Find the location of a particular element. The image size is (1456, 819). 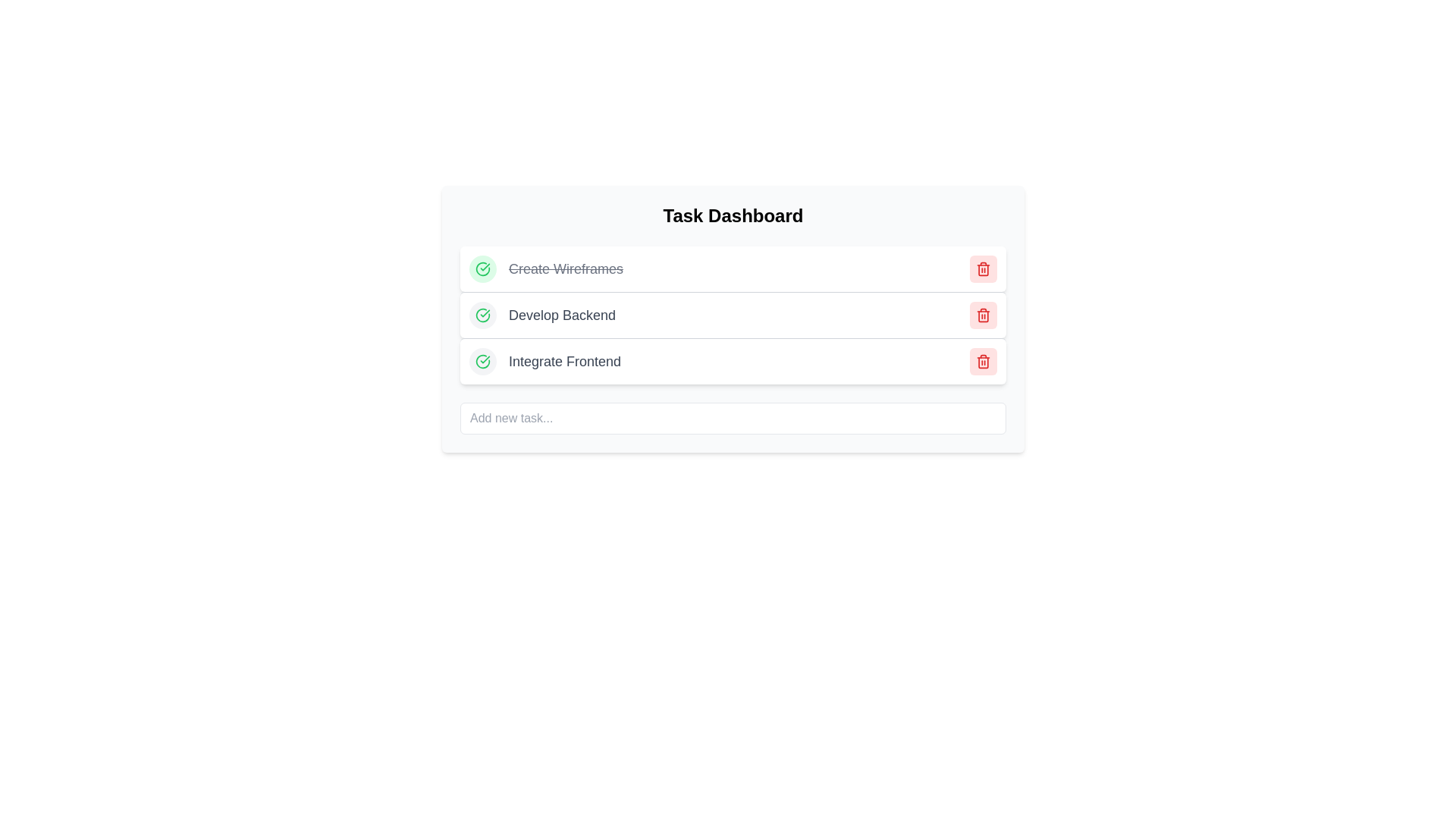

the label that identifies the task 'Develop Backend' in the task dashboard interface, which is the second item in the list of tasks is located at coordinates (542, 315).